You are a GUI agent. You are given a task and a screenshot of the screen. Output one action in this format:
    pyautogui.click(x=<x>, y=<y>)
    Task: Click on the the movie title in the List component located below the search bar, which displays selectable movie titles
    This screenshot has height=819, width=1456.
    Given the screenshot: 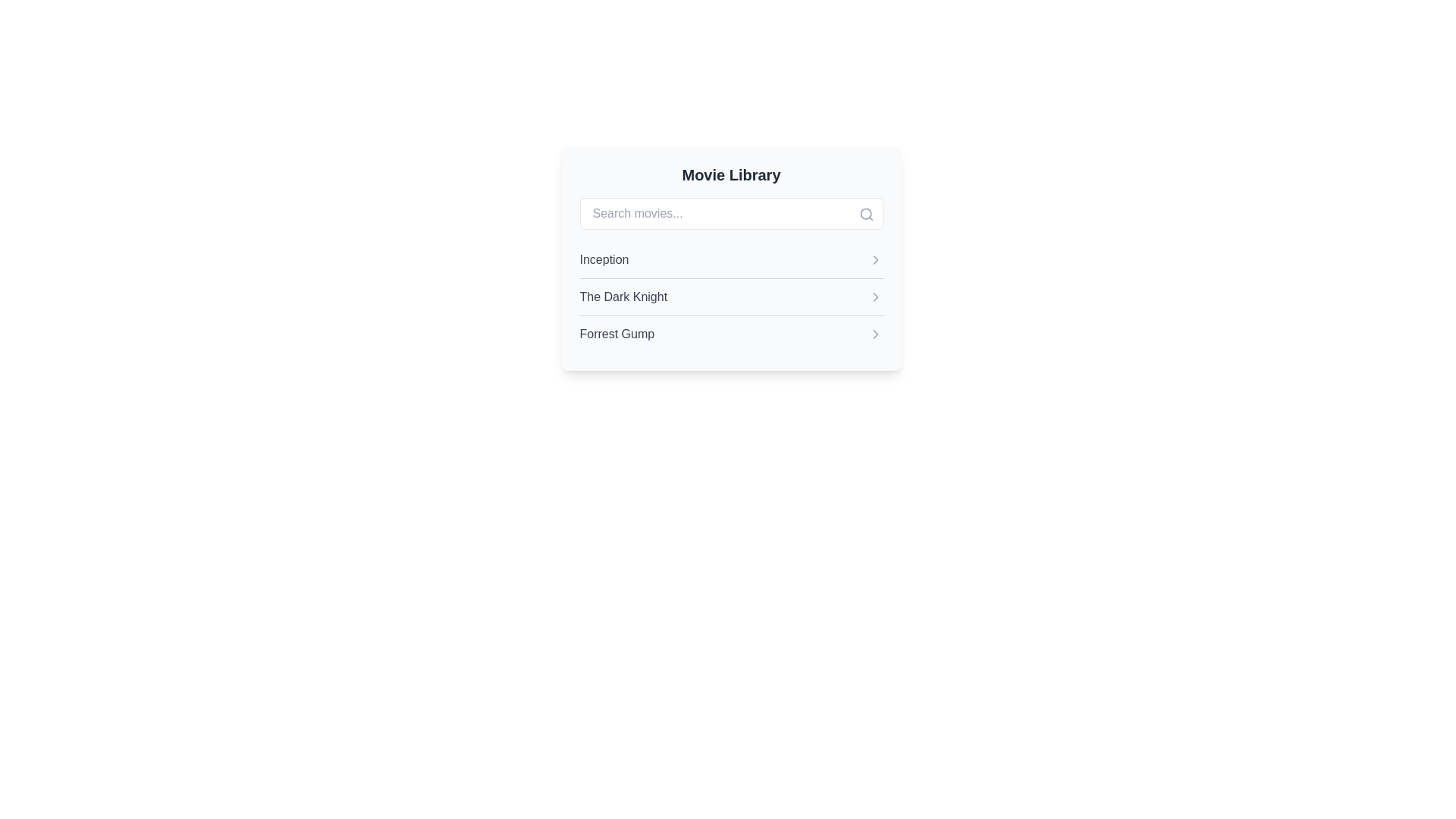 What is the action you would take?
    pyautogui.click(x=731, y=297)
    